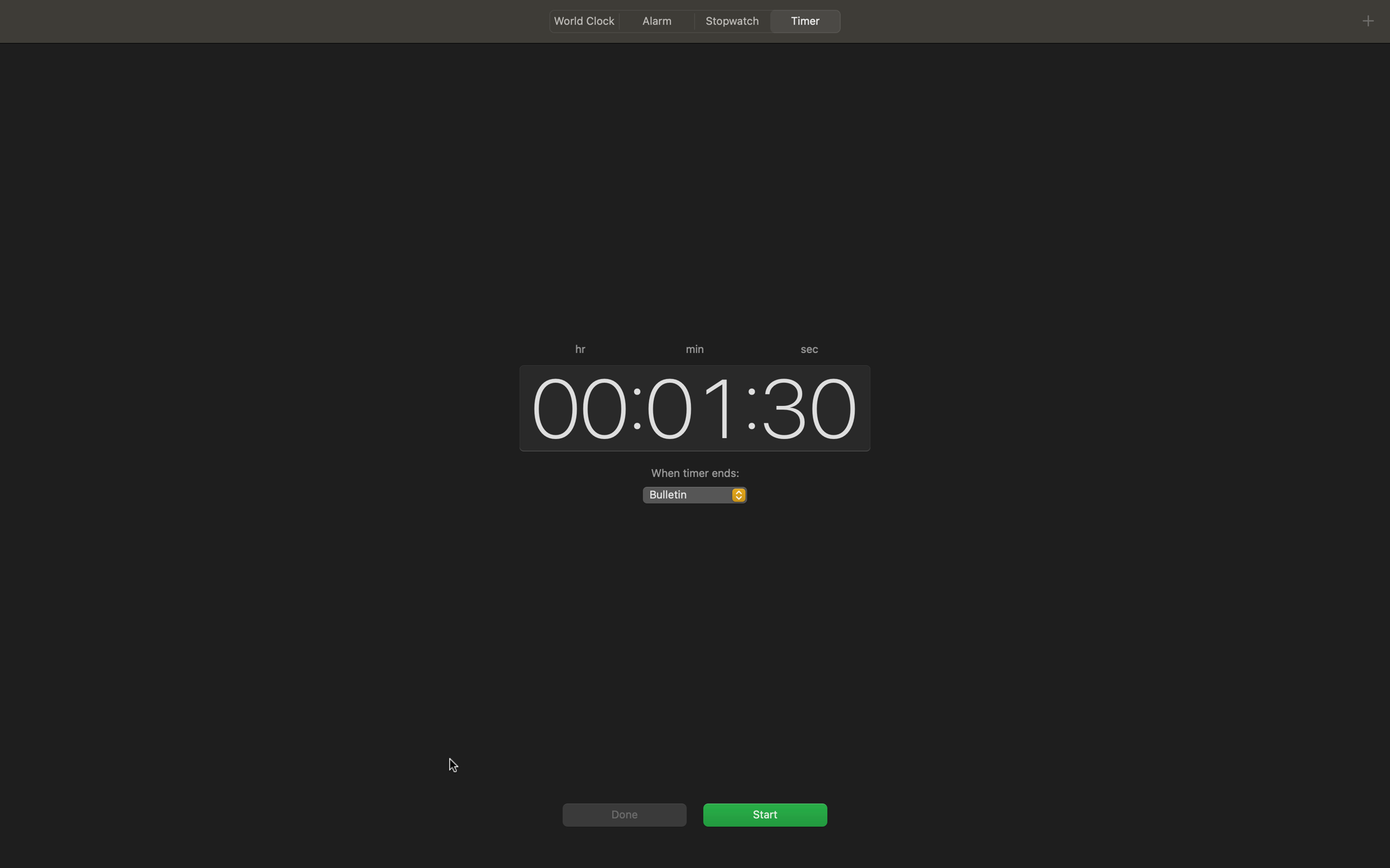 Image resolution: width=1390 pixels, height=868 pixels. Describe the element at coordinates (764, 813) in the screenshot. I see `Interrupt Timer` at that location.